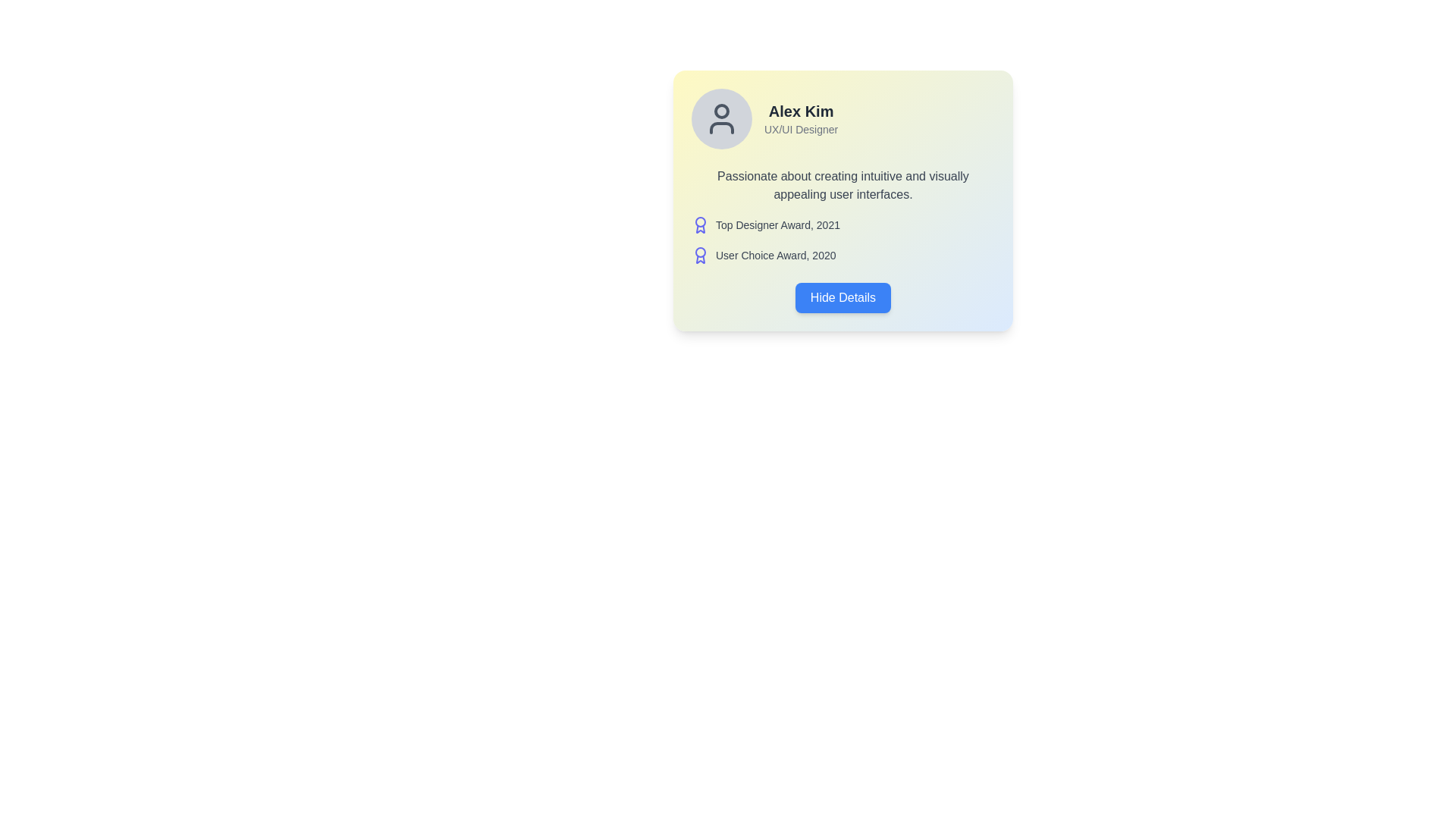 The image size is (1456, 819). Describe the element at coordinates (720, 118) in the screenshot. I see `the user icon, depicted as a minimalistic outline of a person in gray color, located in the top-left section of the card interface` at that location.